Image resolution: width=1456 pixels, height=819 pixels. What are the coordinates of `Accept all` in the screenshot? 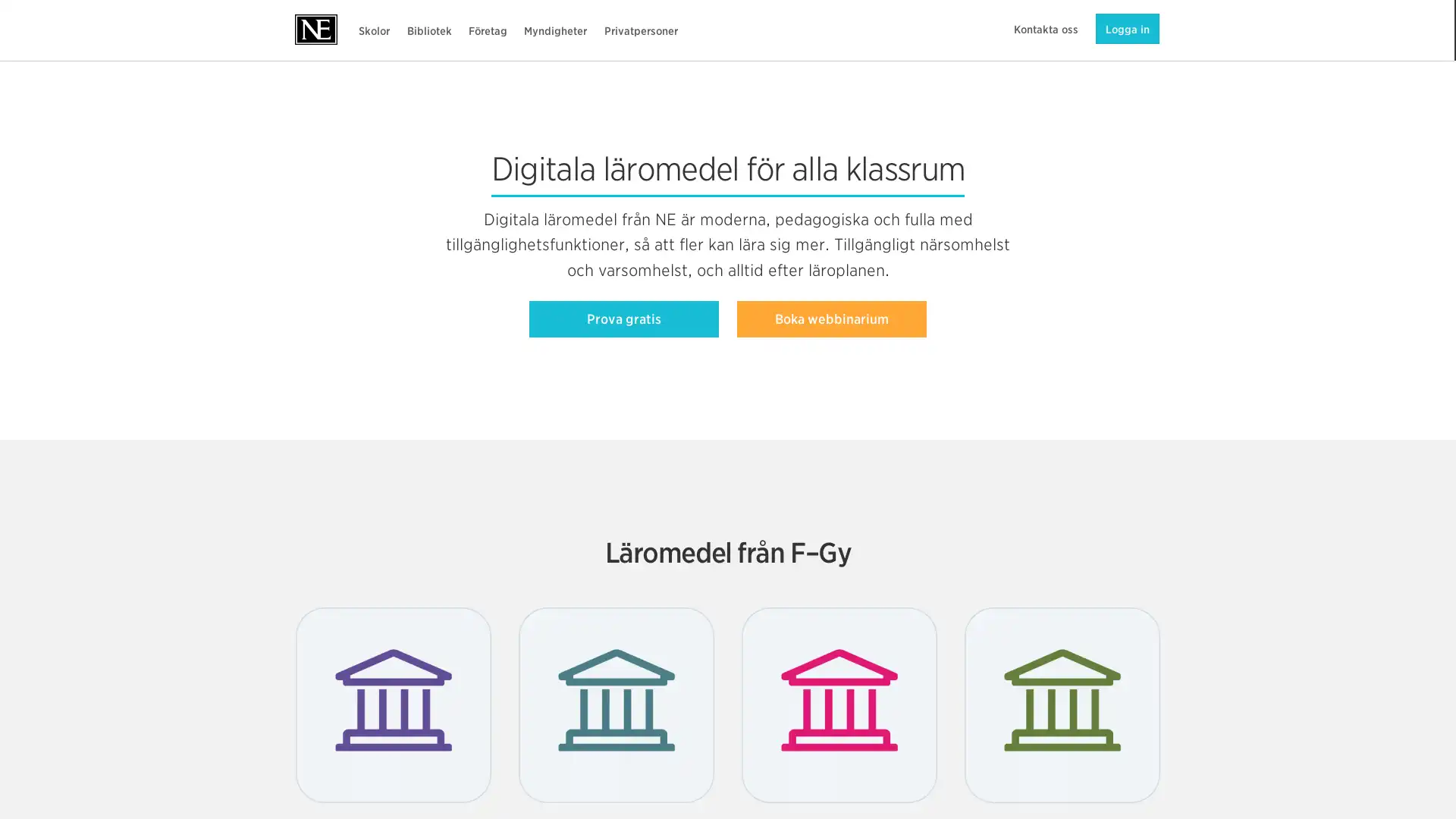 It's located at (1099, 723).